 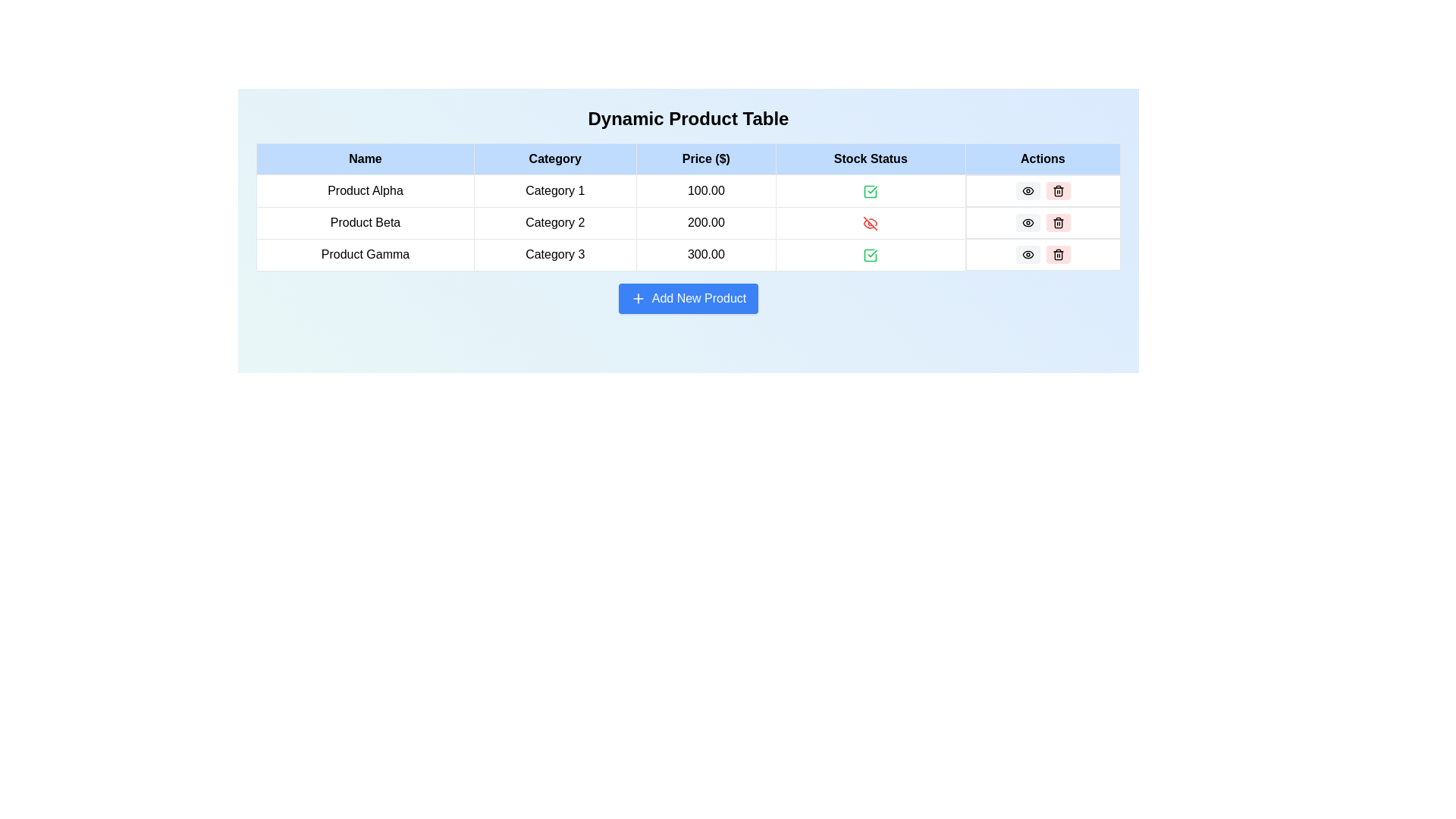 What do you see at coordinates (1028, 222) in the screenshot?
I see `the eye icon in the Actions column of the table, positioned in the first row, which indicates visibility or viewing actions` at bounding box center [1028, 222].